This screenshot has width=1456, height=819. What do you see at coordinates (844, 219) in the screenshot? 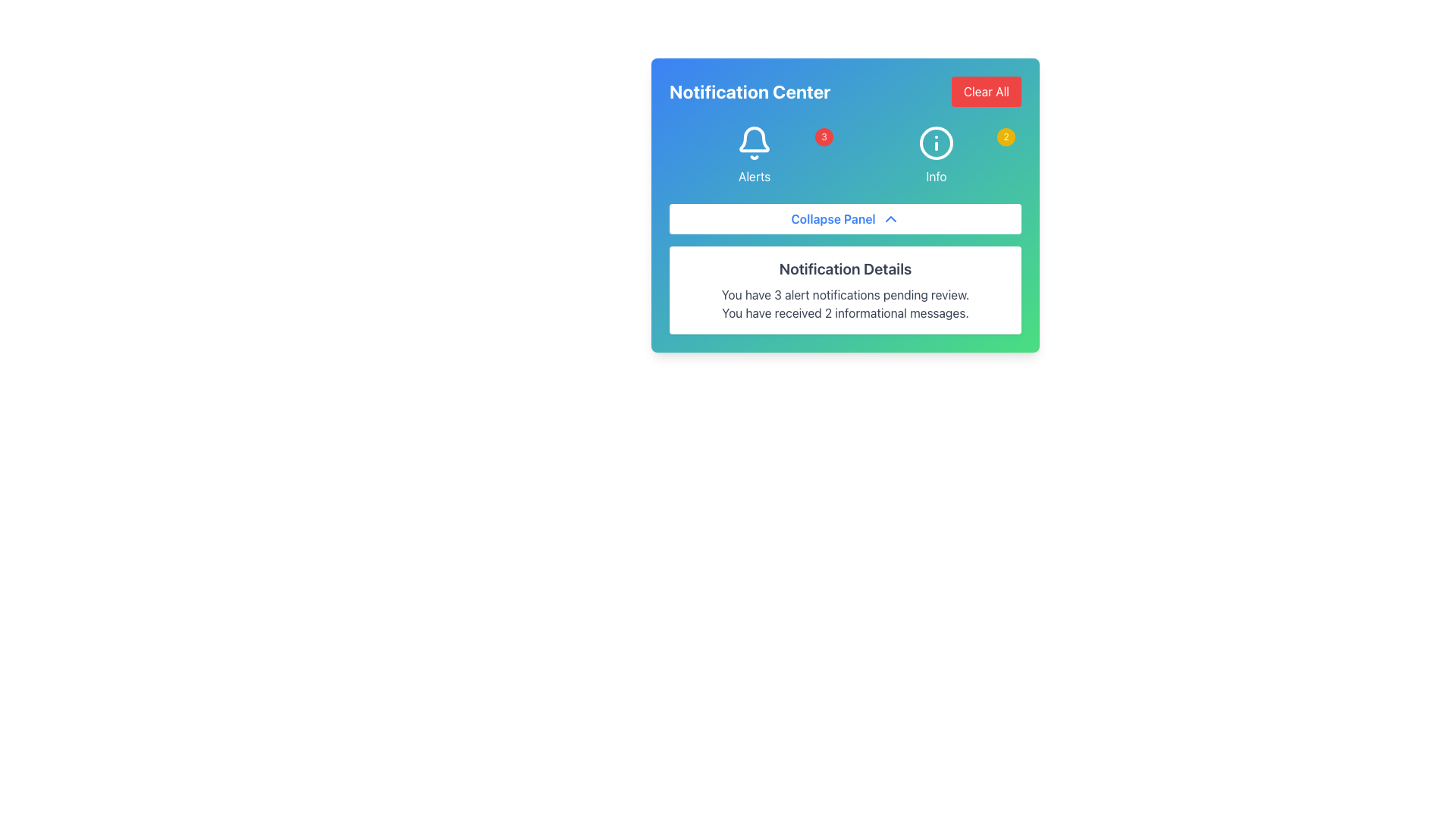
I see `the 'Collapse Panel' button with an upward-facing chevron icon` at bounding box center [844, 219].